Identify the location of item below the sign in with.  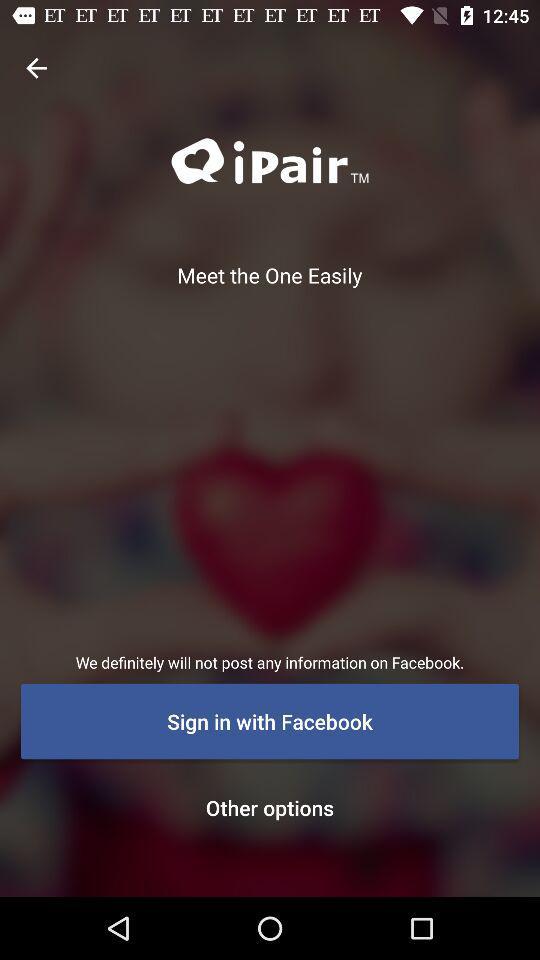
(270, 807).